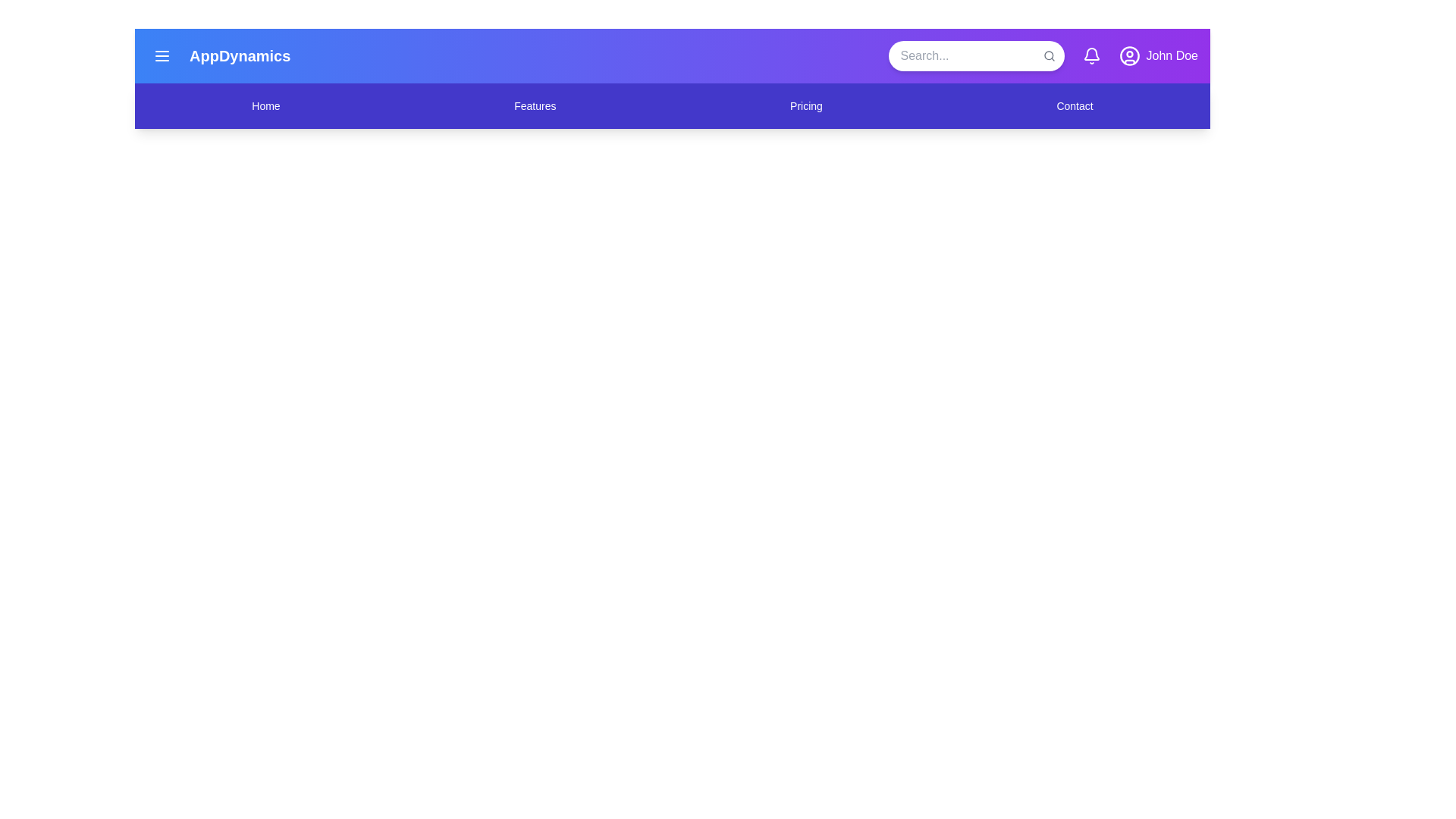 The height and width of the screenshot is (819, 1456). What do you see at coordinates (1129, 55) in the screenshot?
I see `the user profile icon to view account options` at bounding box center [1129, 55].